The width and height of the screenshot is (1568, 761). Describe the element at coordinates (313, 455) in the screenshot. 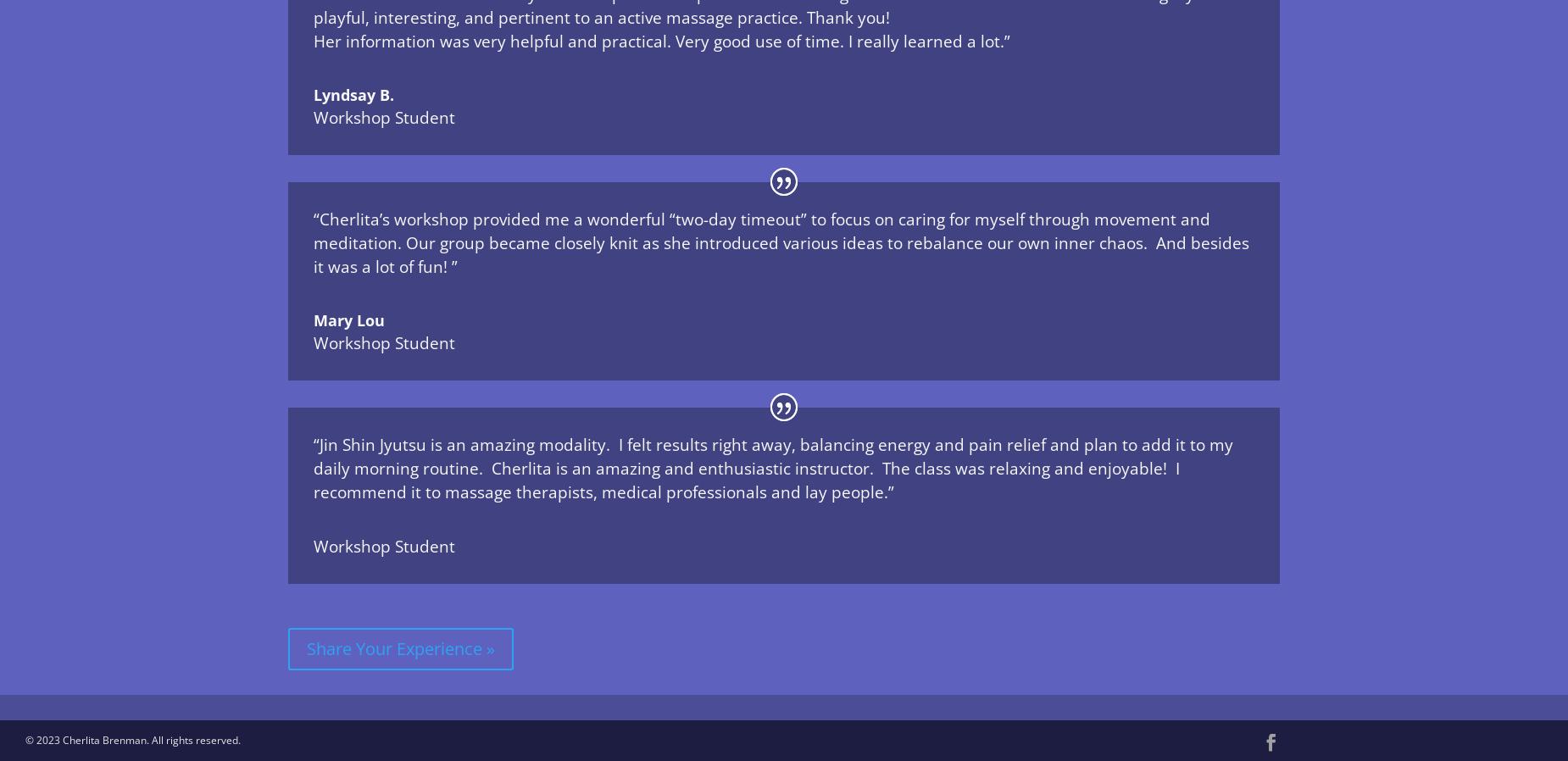

I see `'is an amazing modality.  I felt results right away, balancing energy and pain relief and plan to add it to my daily morning routine.'` at that location.